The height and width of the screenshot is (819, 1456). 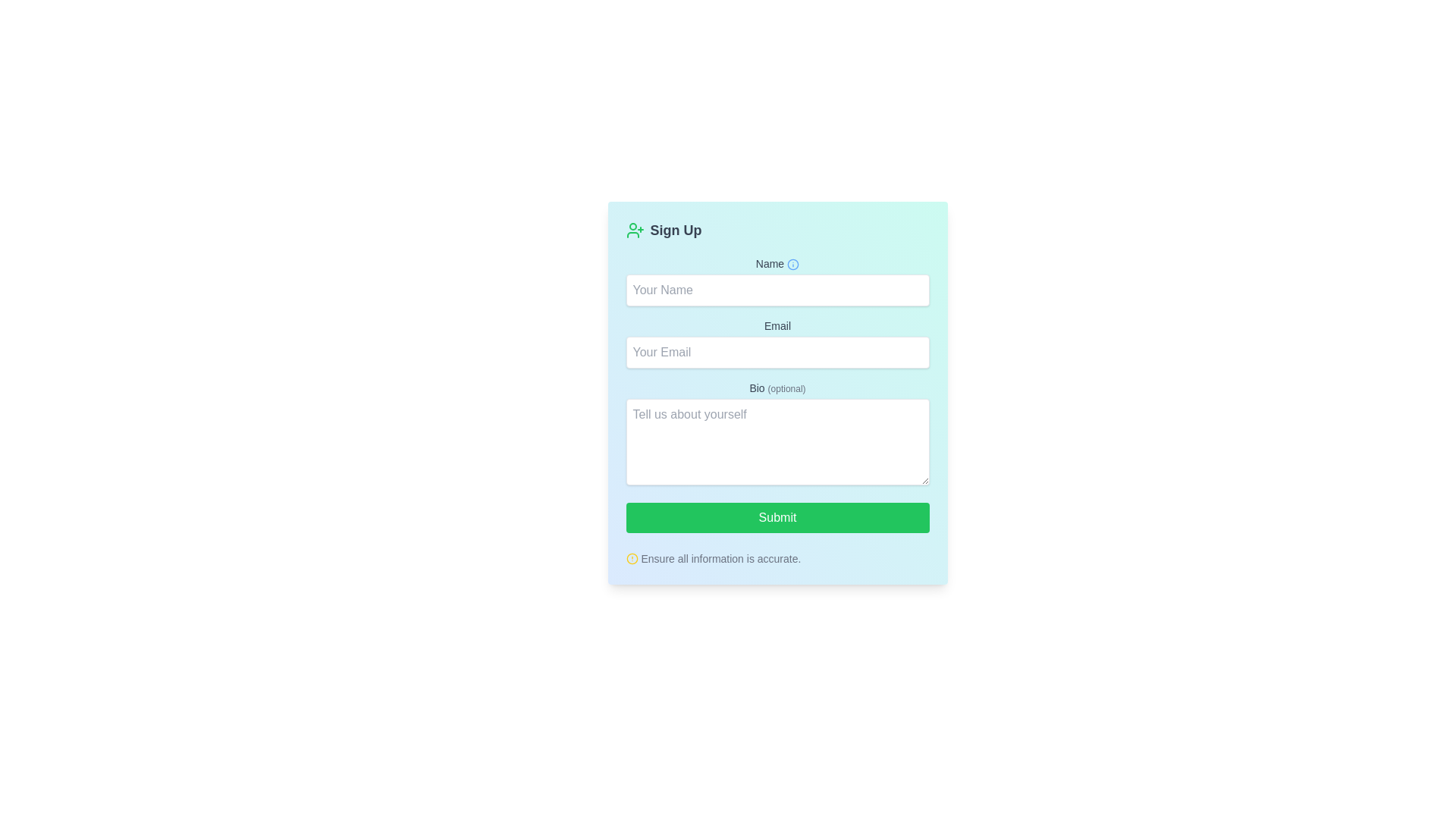 What do you see at coordinates (777, 325) in the screenshot?
I see `the 'Email' text label, which is styled in a medium-sized gray font and positioned above the email input field` at bounding box center [777, 325].